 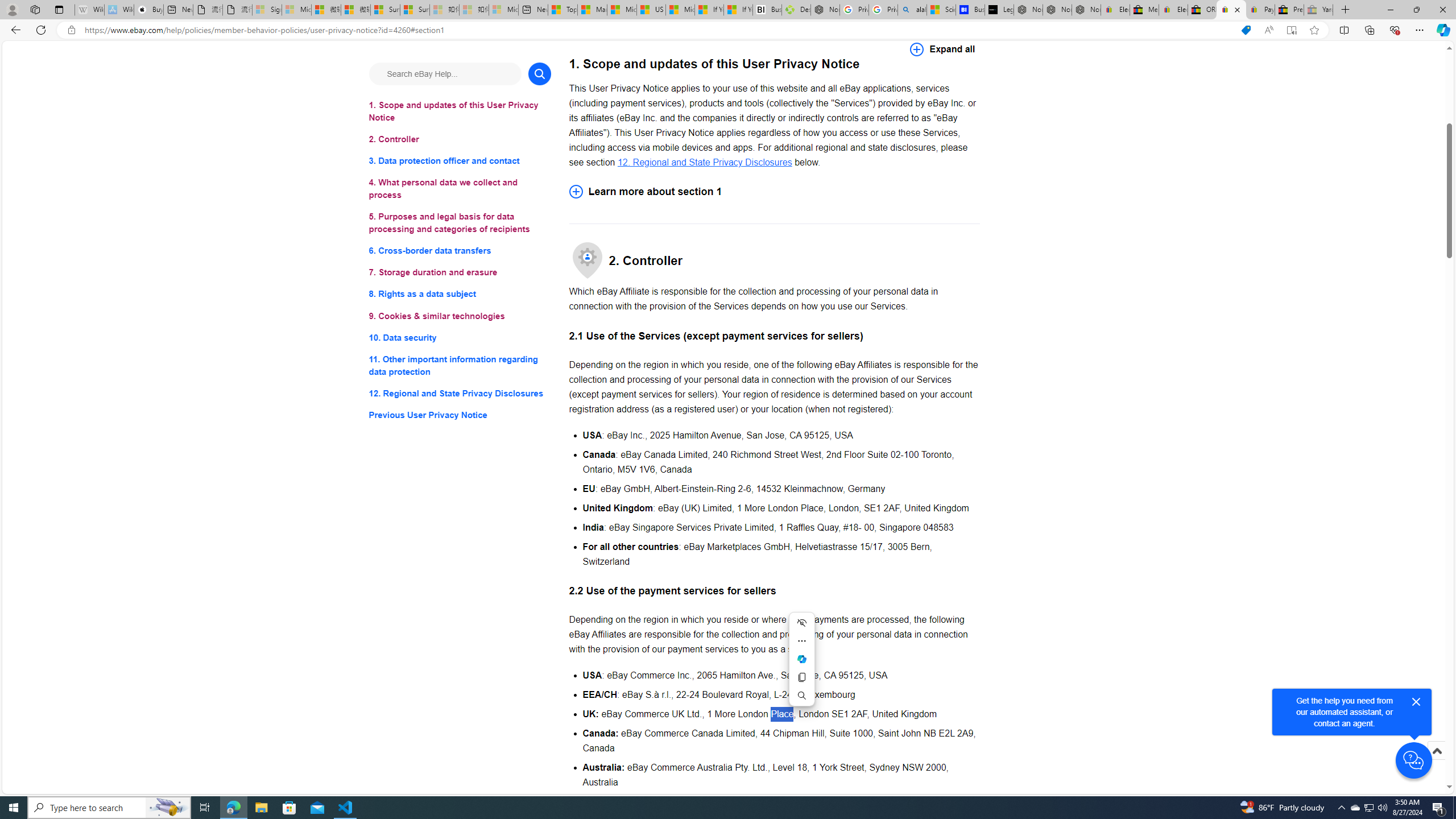 What do you see at coordinates (591, 9) in the screenshot?
I see `'Marine life - MSN'` at bounding box center [591, 9].